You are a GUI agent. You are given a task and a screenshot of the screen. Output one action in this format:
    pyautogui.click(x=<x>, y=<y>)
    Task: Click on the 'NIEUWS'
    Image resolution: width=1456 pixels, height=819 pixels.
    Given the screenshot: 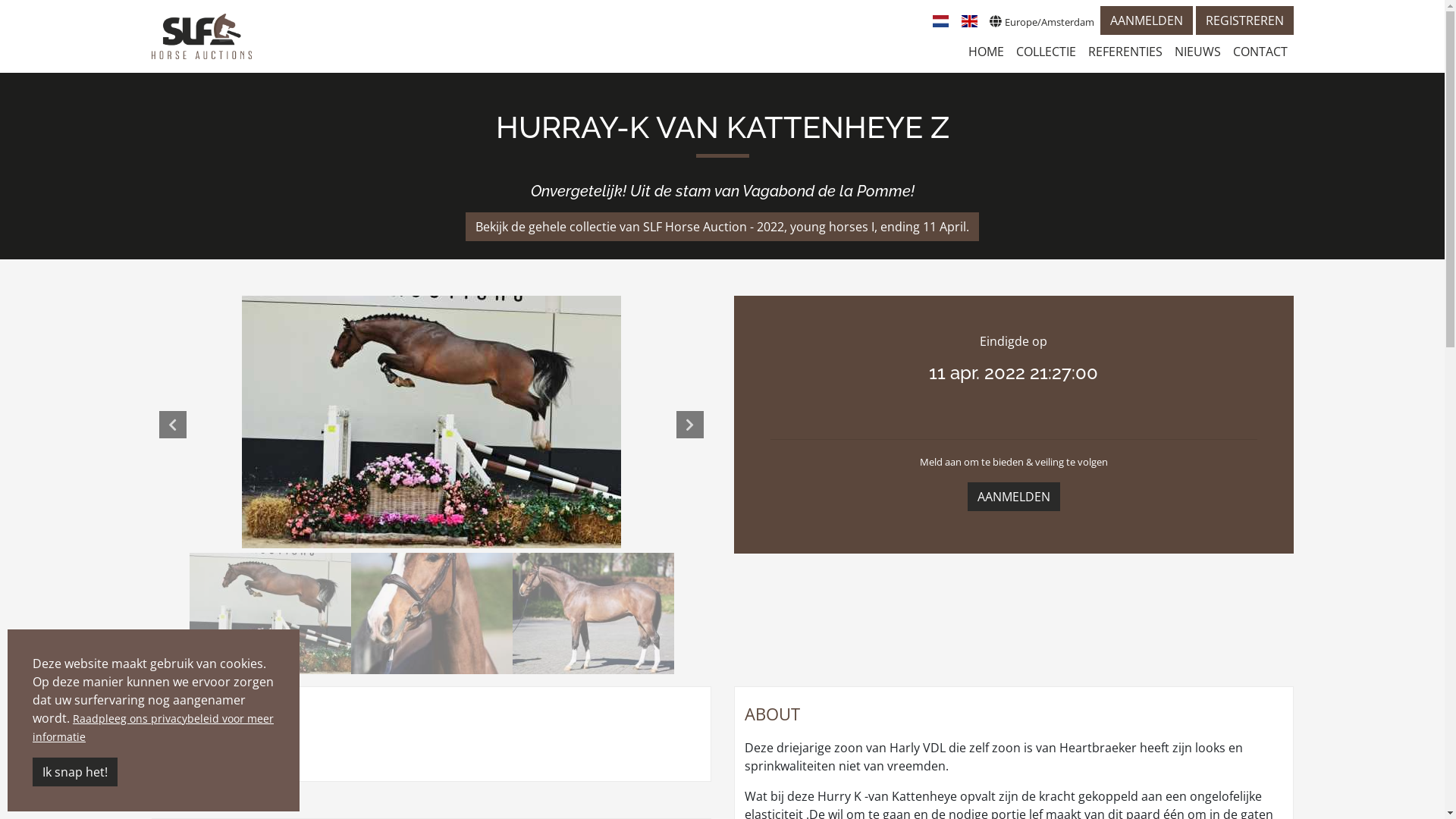 What is the action you would take?
    pyautogui.click(x=1196, y=51)
    